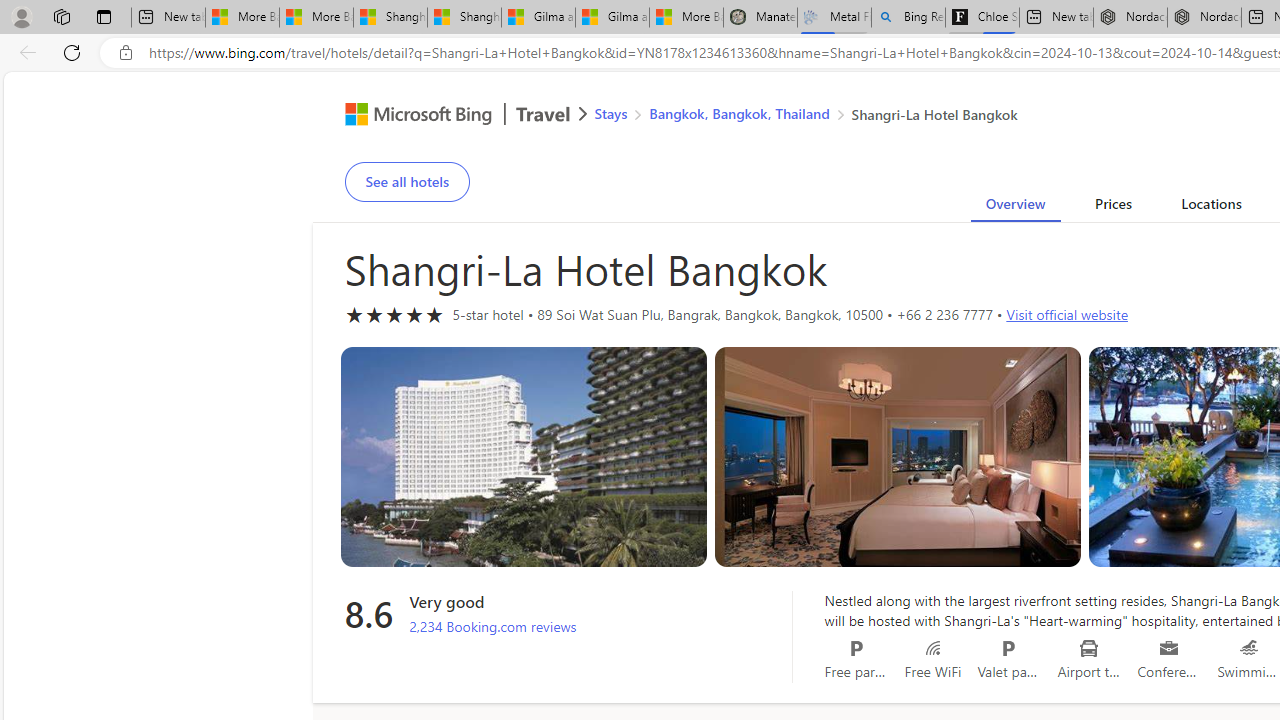  I want to click on 'Microsoft Bing Travel', so click(444, 117).